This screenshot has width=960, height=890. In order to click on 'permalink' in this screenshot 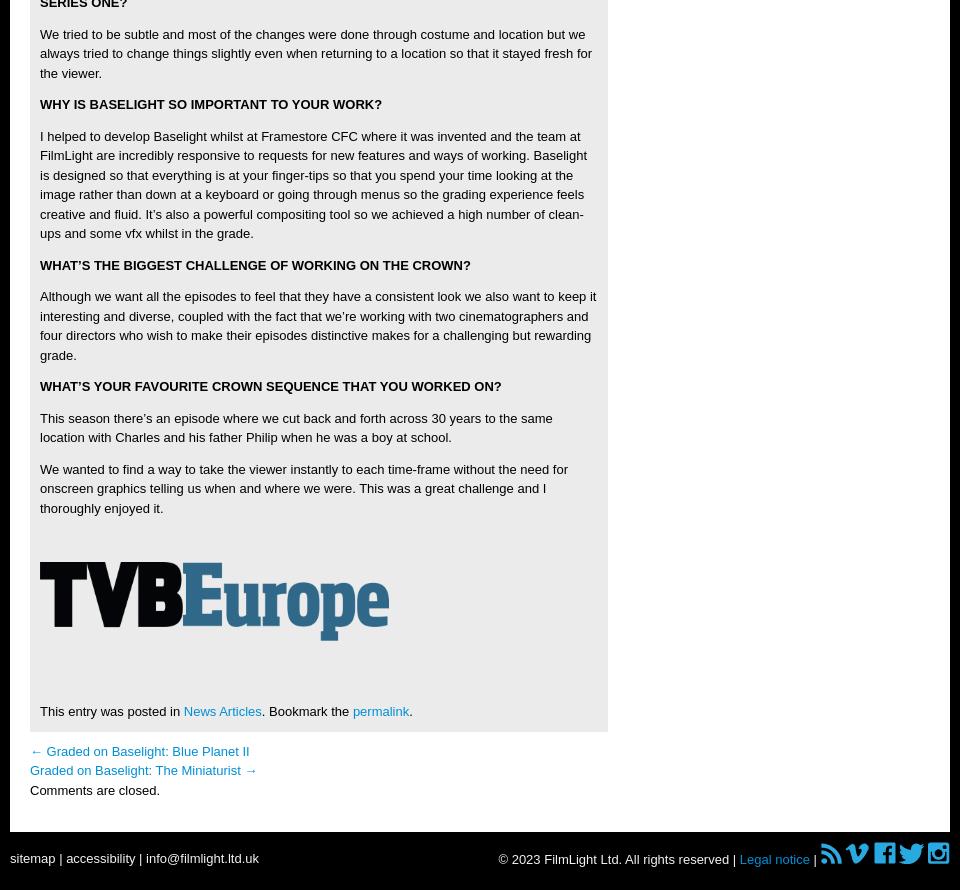, I will do `click(379, 710)`.